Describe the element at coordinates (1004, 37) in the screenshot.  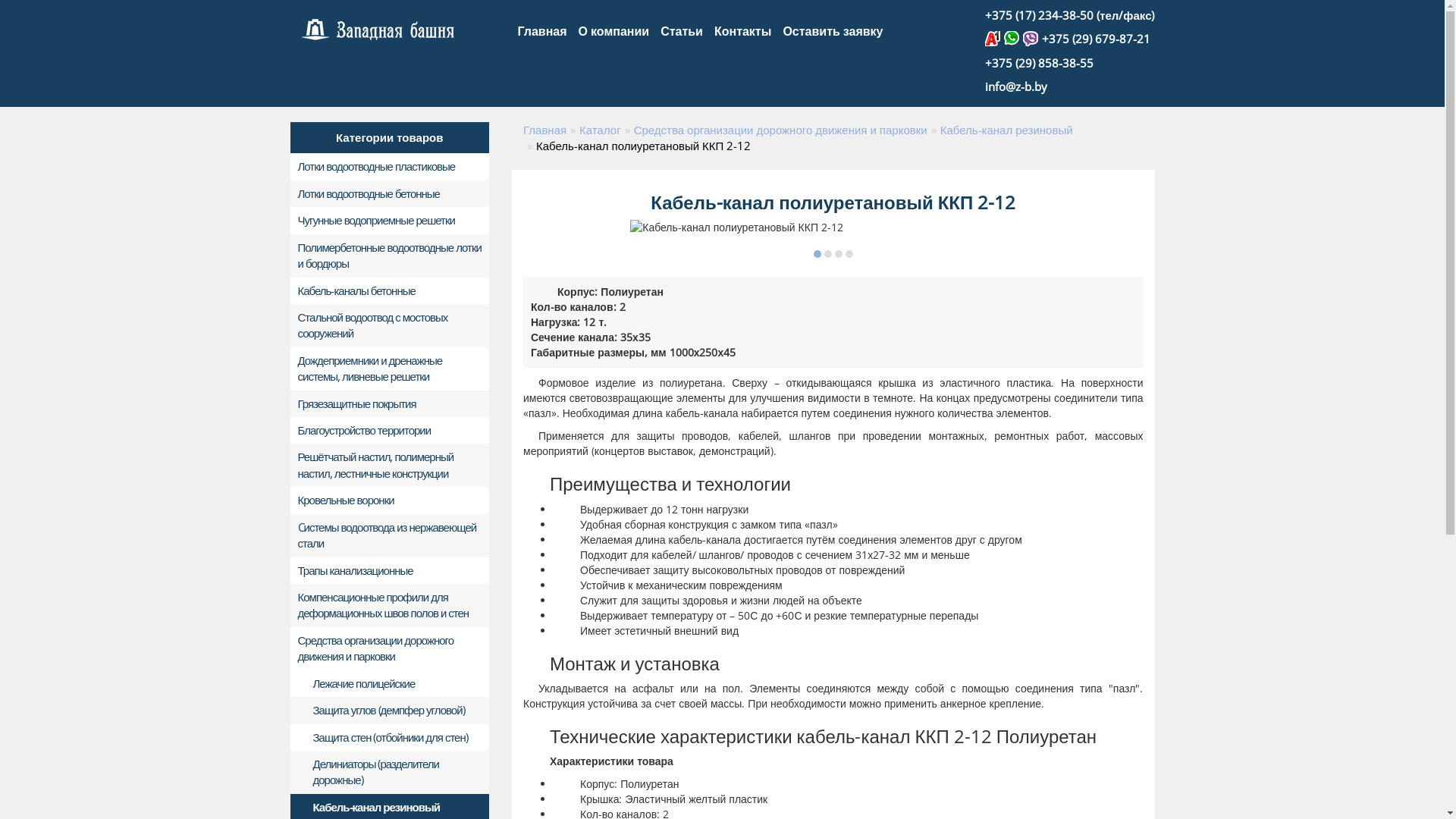
I see `'whatsap'` at that location.